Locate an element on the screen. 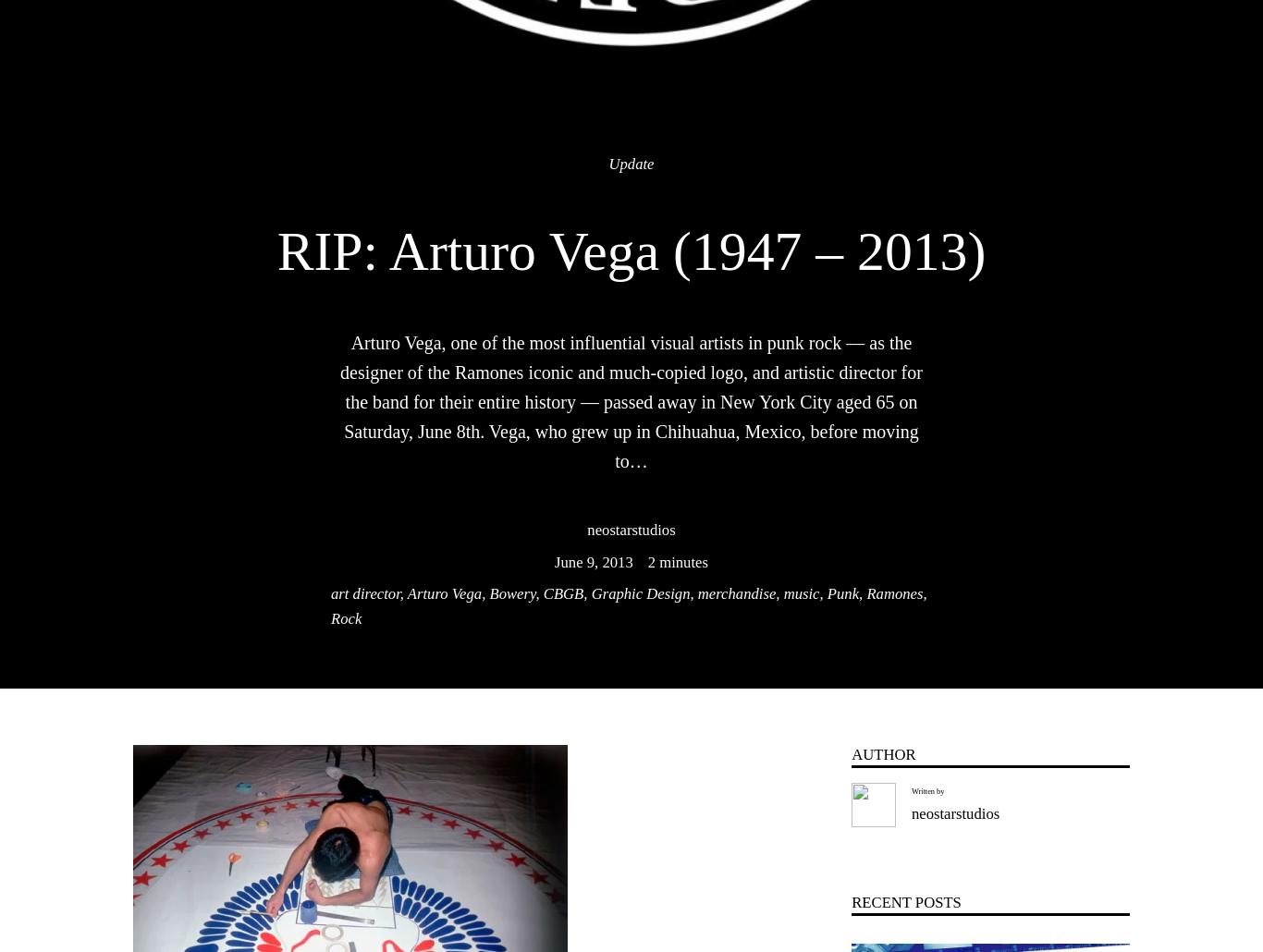 Image resolution: width=1263 pixels, height=952 pixels. 'music' is located at coordinates (800, 592).